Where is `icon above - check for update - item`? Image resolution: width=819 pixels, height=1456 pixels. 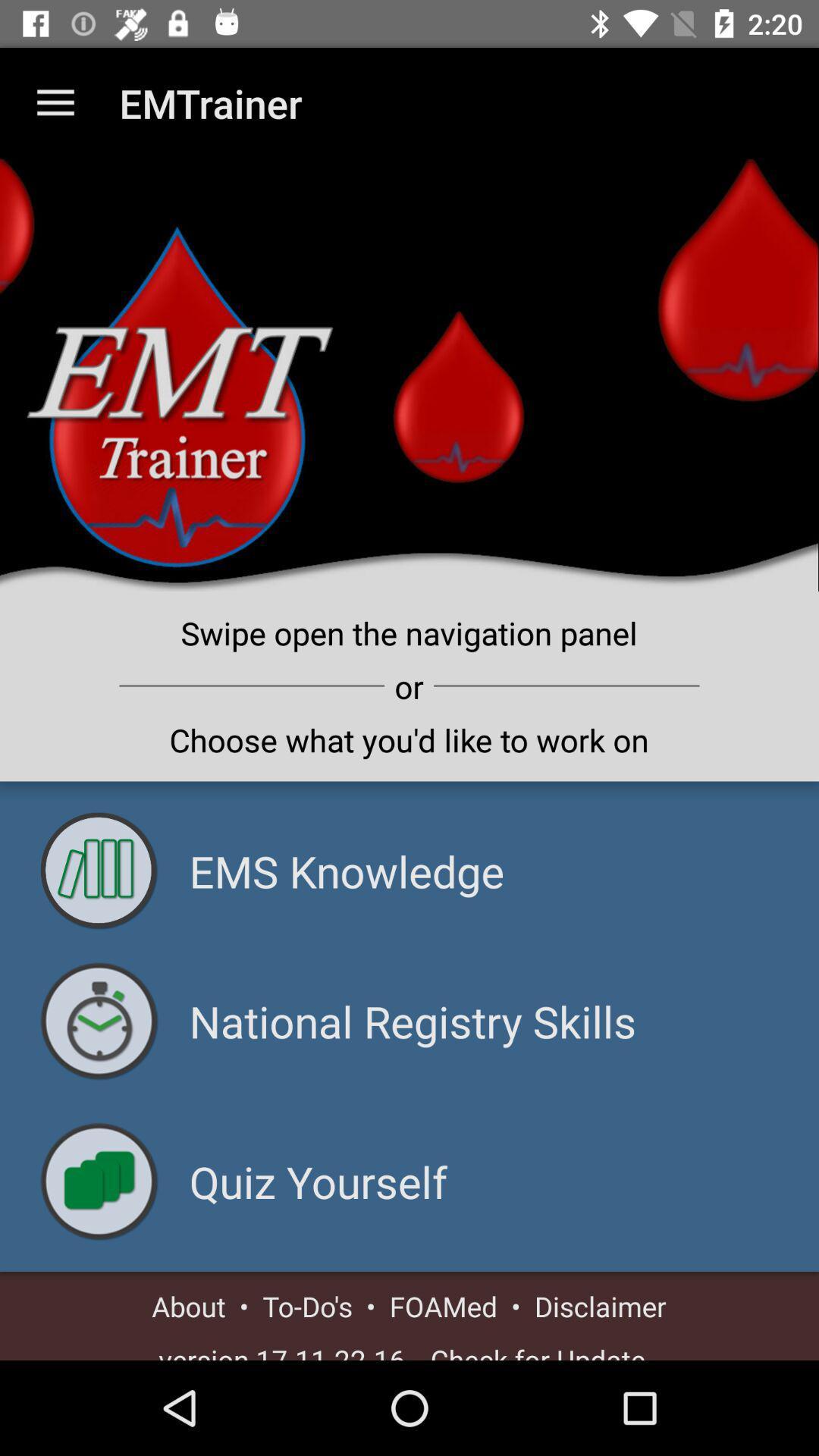
icon above - check for update - item is located at coordinates (599, 1305).